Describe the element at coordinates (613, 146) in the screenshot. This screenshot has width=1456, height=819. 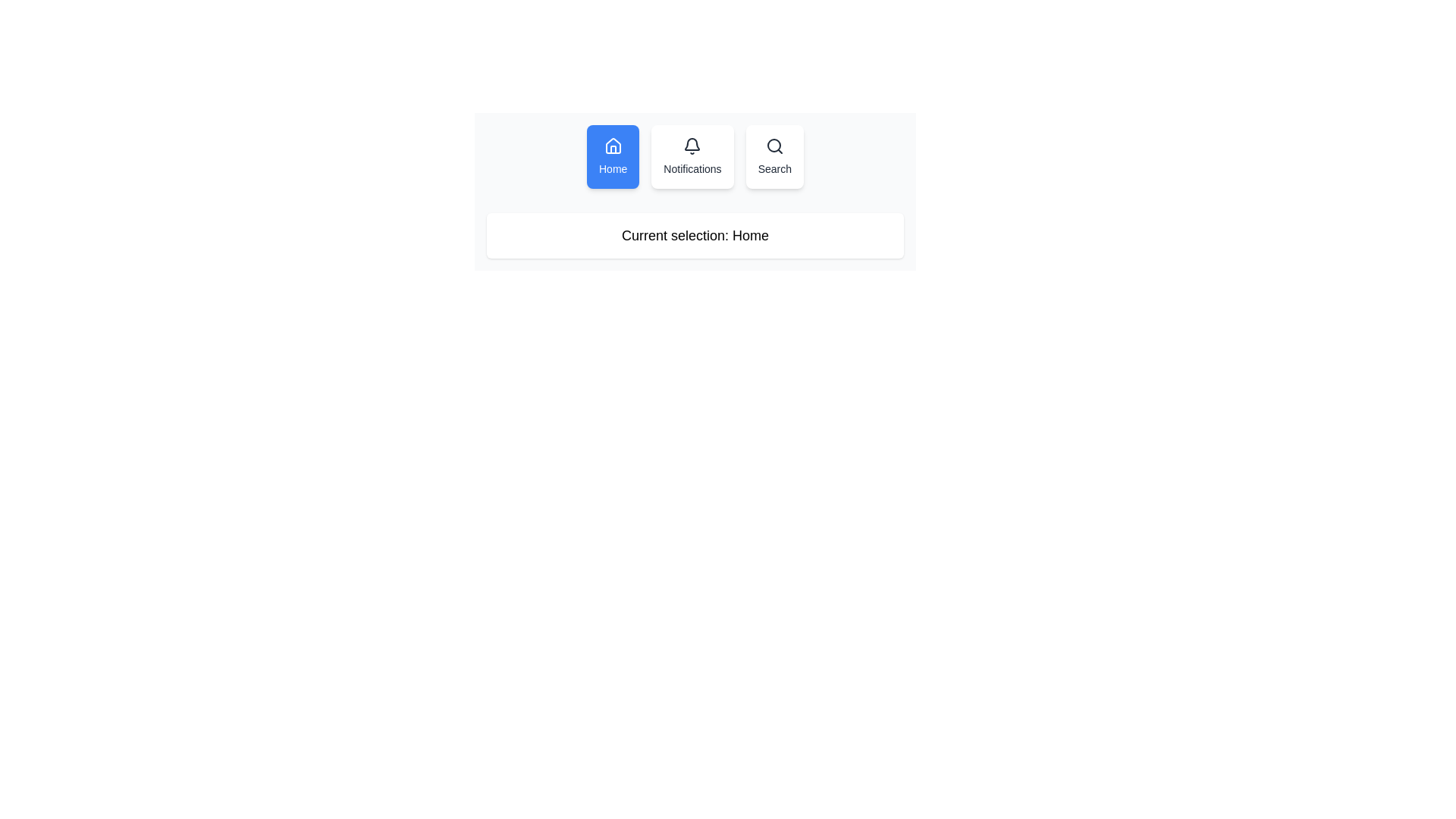
I see `the visual state of the house icon, which is the centerpiece of the 'Home' button in the navigation bar` at that location.